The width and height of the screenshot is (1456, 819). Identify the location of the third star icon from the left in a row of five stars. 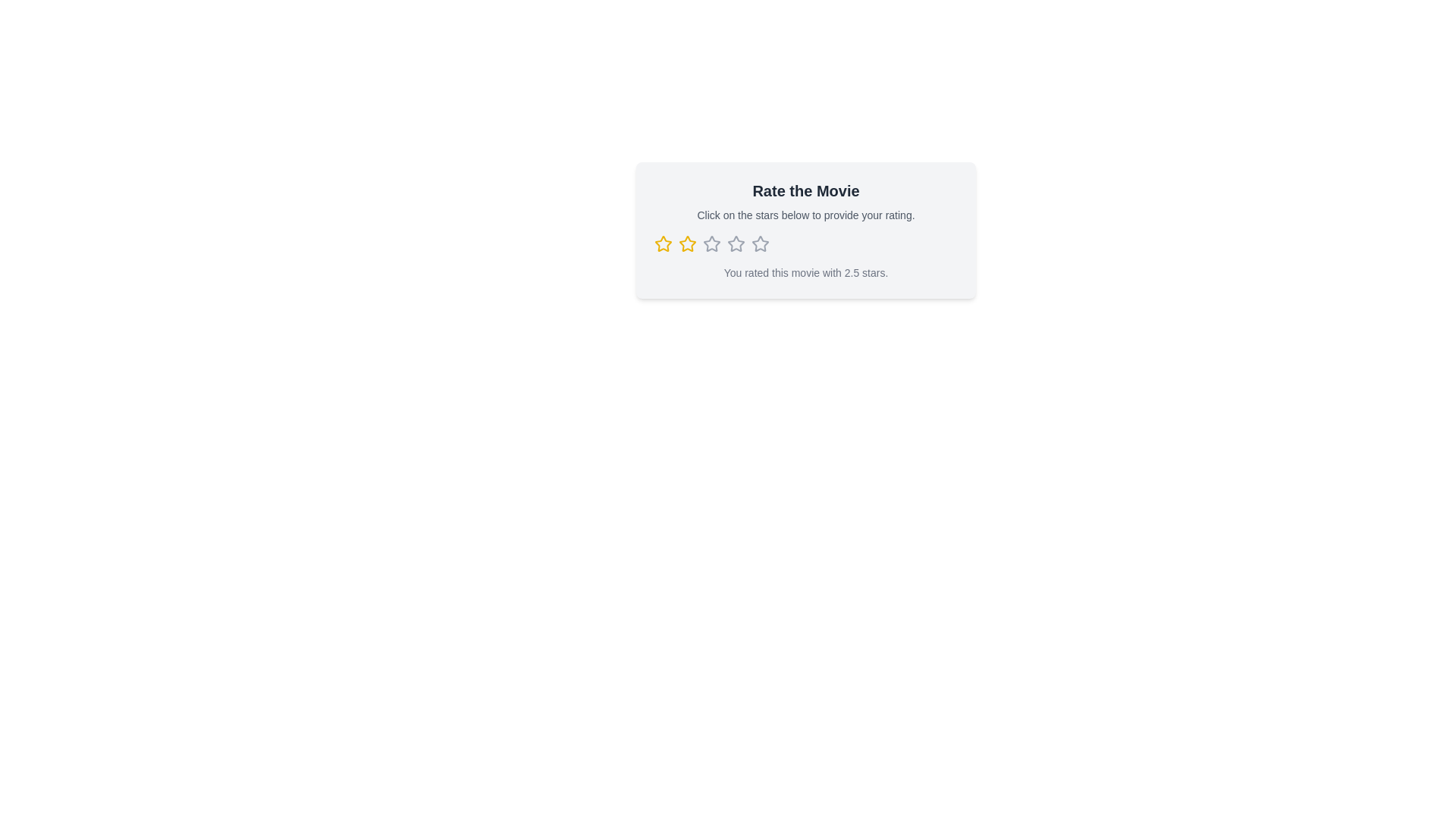
(736, 243).